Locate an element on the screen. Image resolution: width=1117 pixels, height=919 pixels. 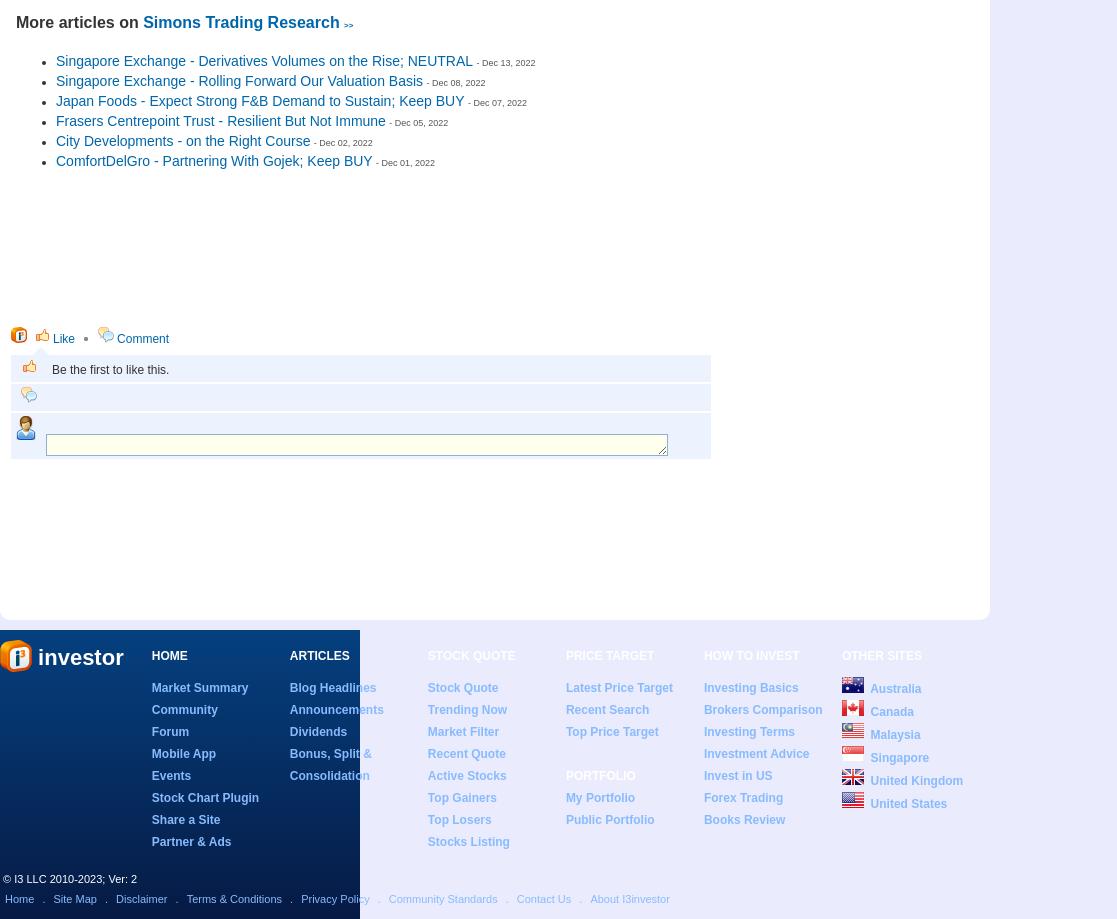
'- Dec 13, 2022' is located at coordinates (505, 62).